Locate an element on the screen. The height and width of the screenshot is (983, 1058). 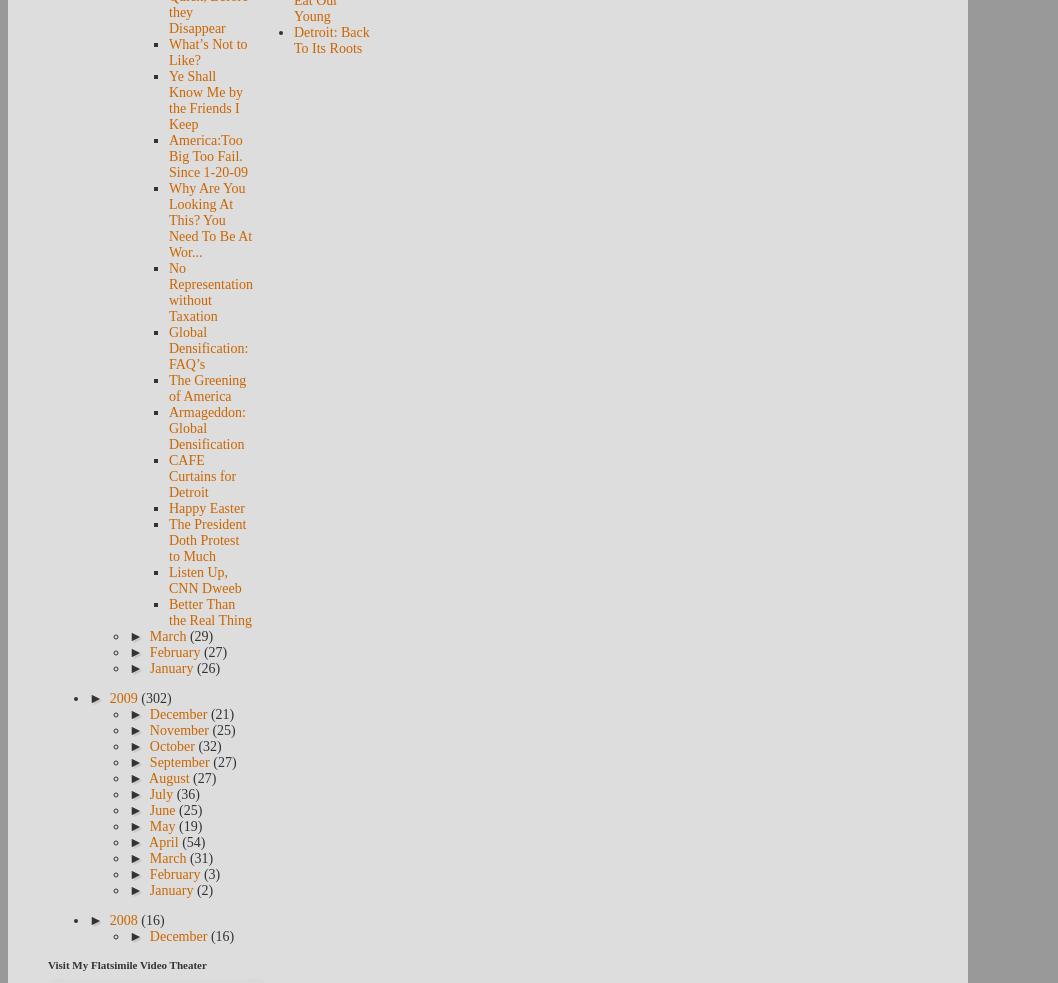
'(302)' is located at coordinates (154, 697).